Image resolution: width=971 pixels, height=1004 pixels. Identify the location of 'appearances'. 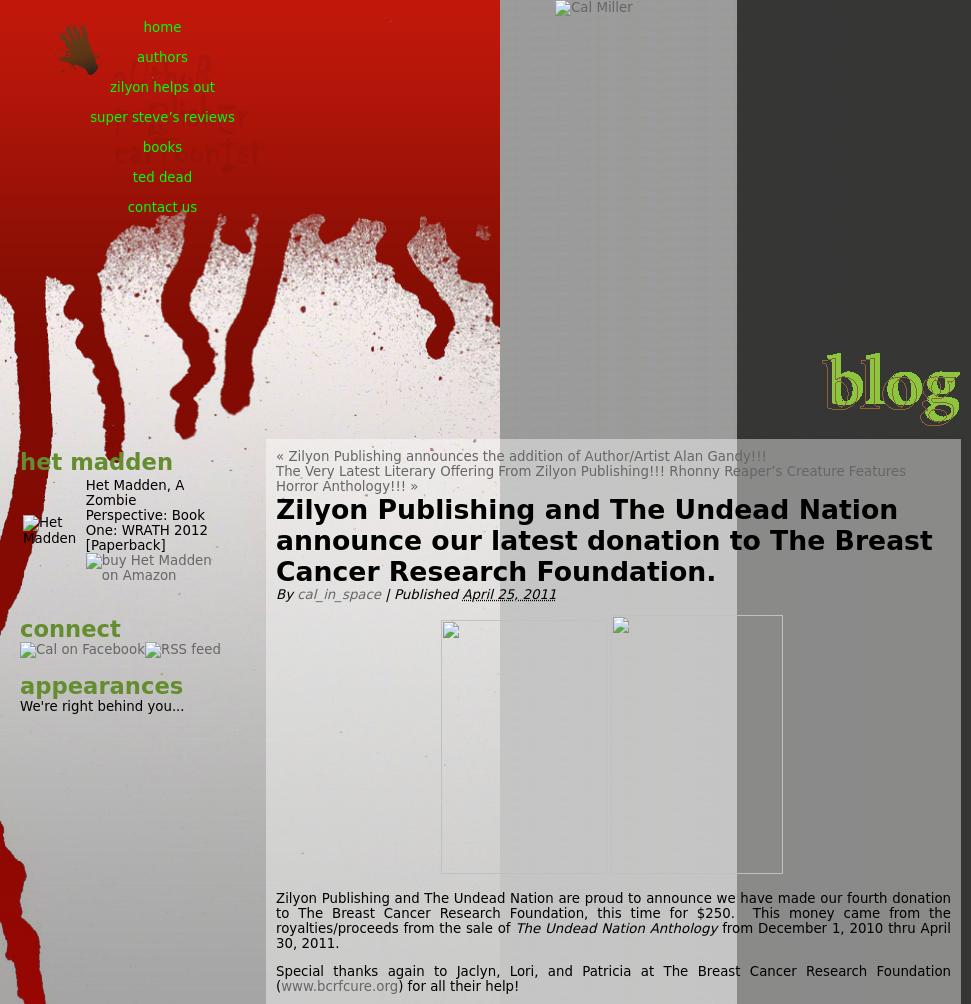
(100, 685).